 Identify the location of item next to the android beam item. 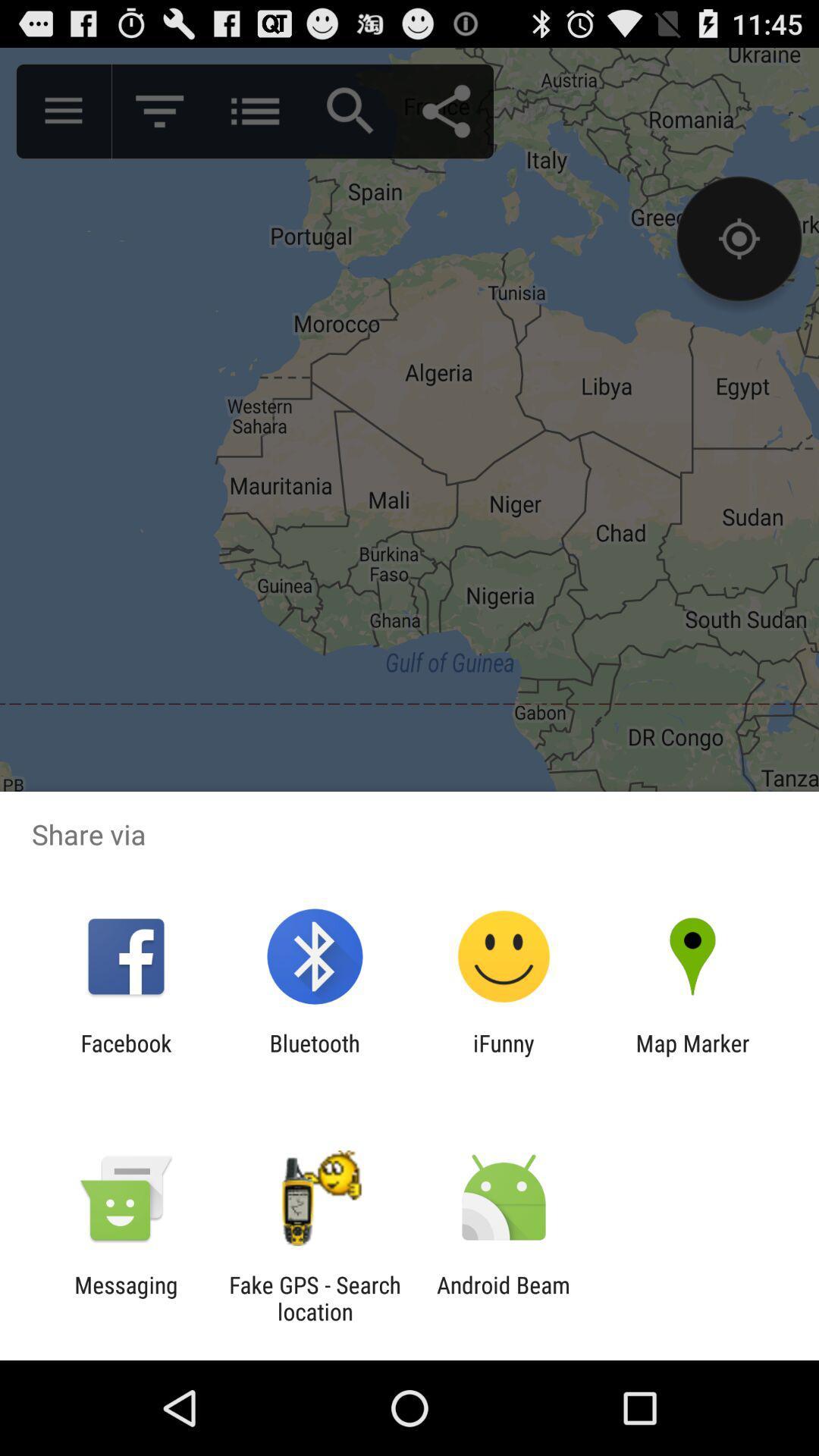
(314, 1298).